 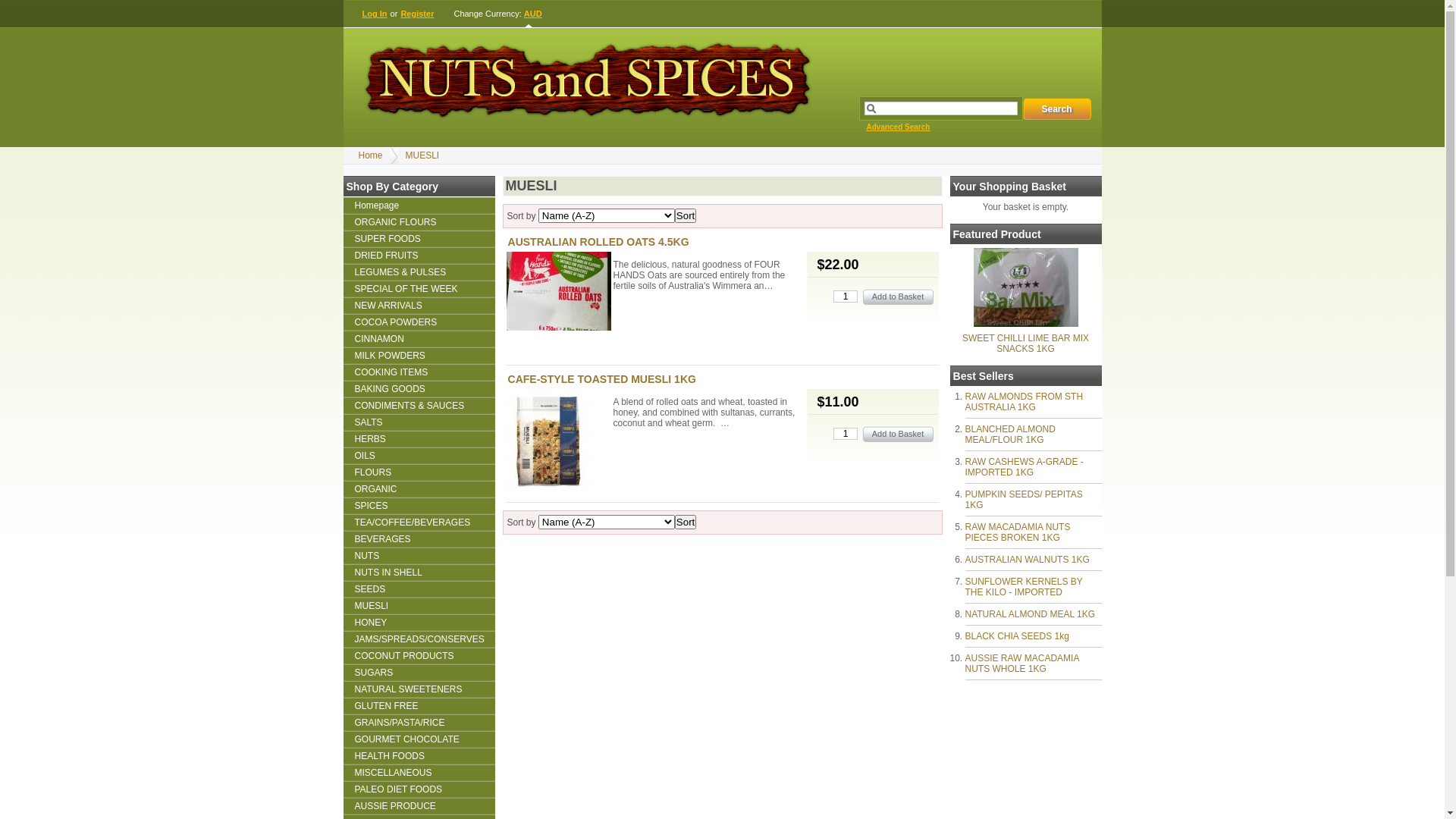 I want to click on 'CAFE-STYLE TOASTED MUESLI 1KG', so click(x=601, y=378).